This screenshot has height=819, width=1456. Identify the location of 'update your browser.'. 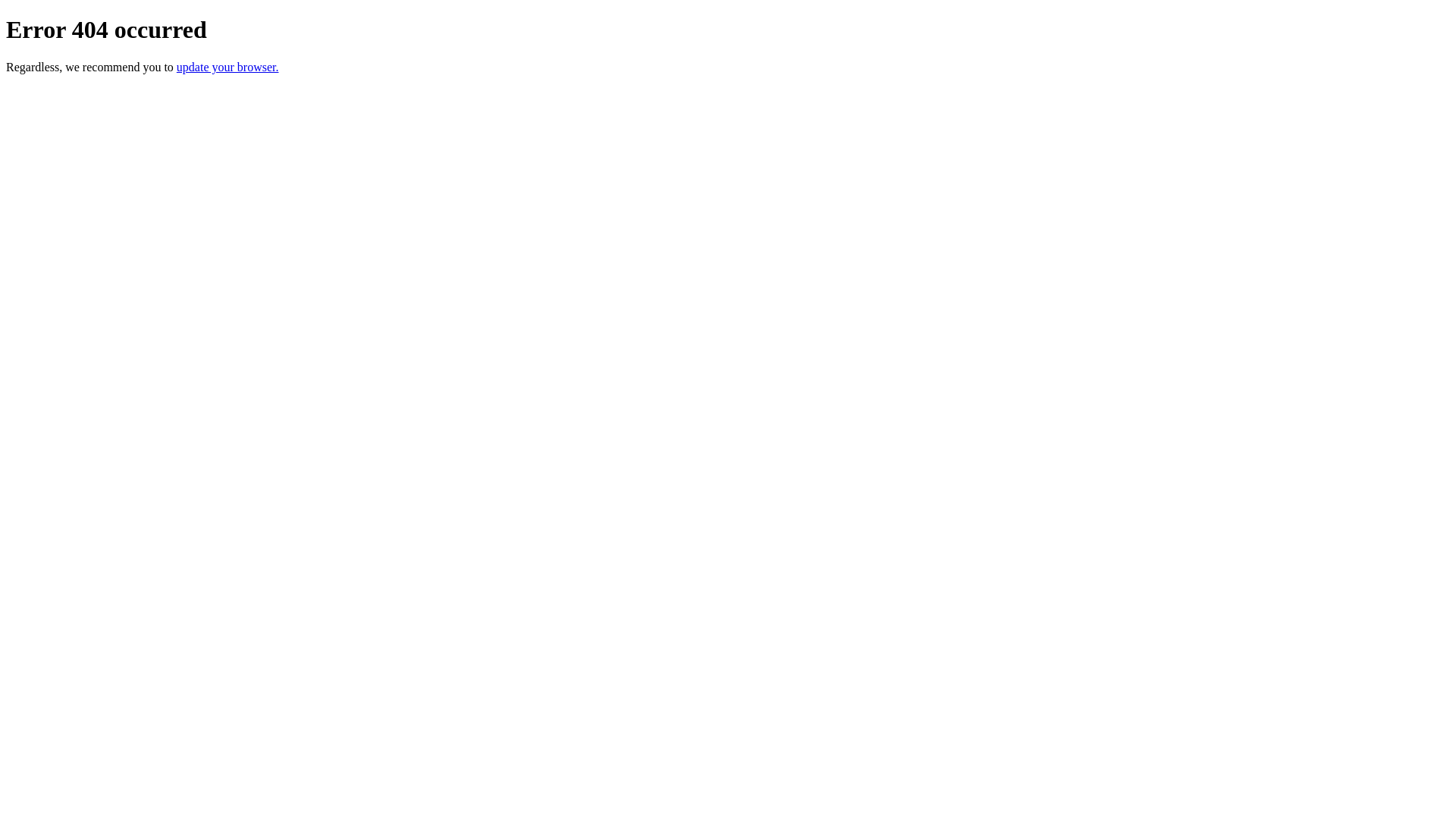
(227, 66).